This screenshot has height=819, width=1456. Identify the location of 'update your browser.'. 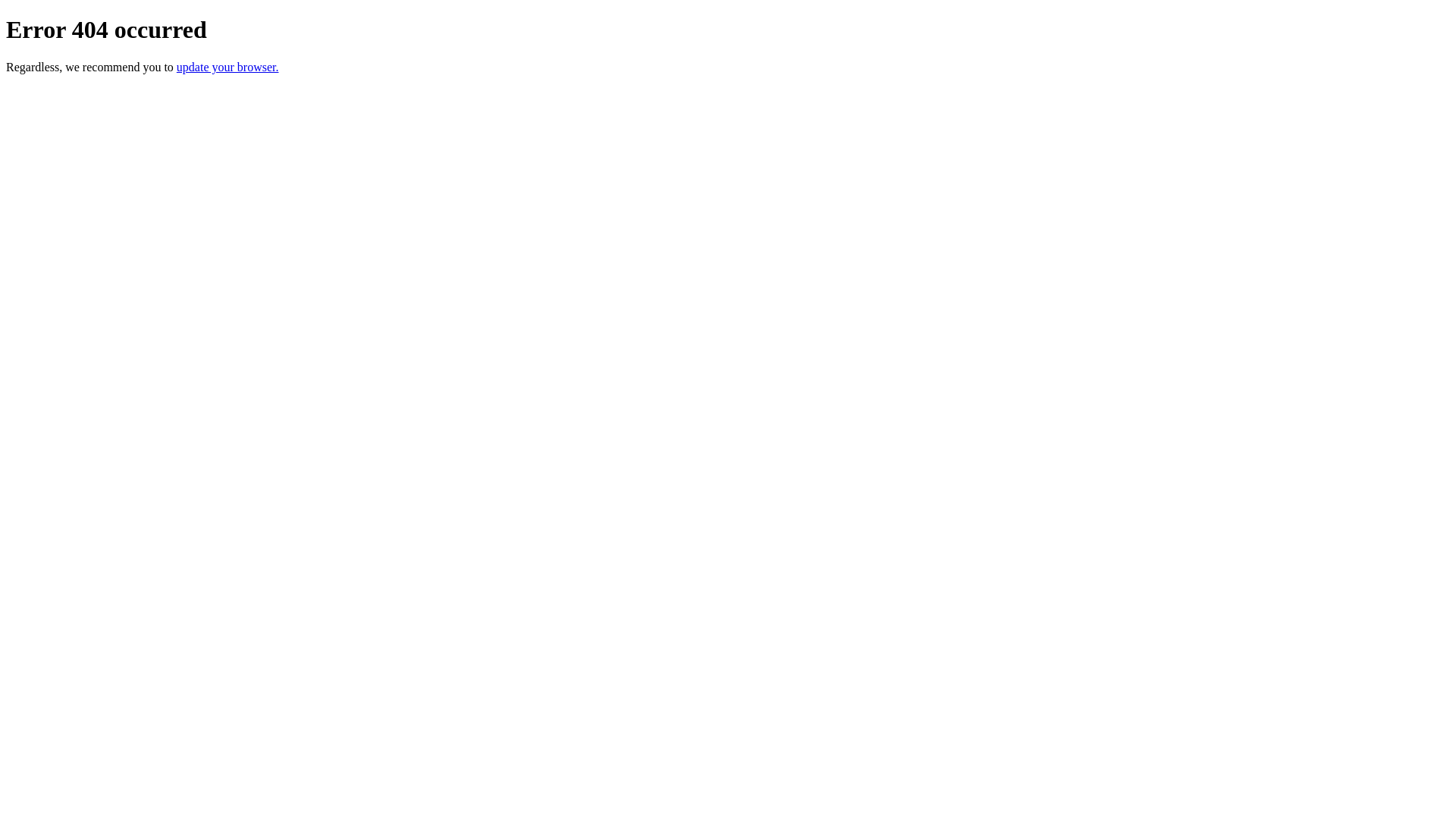
(227, 66).